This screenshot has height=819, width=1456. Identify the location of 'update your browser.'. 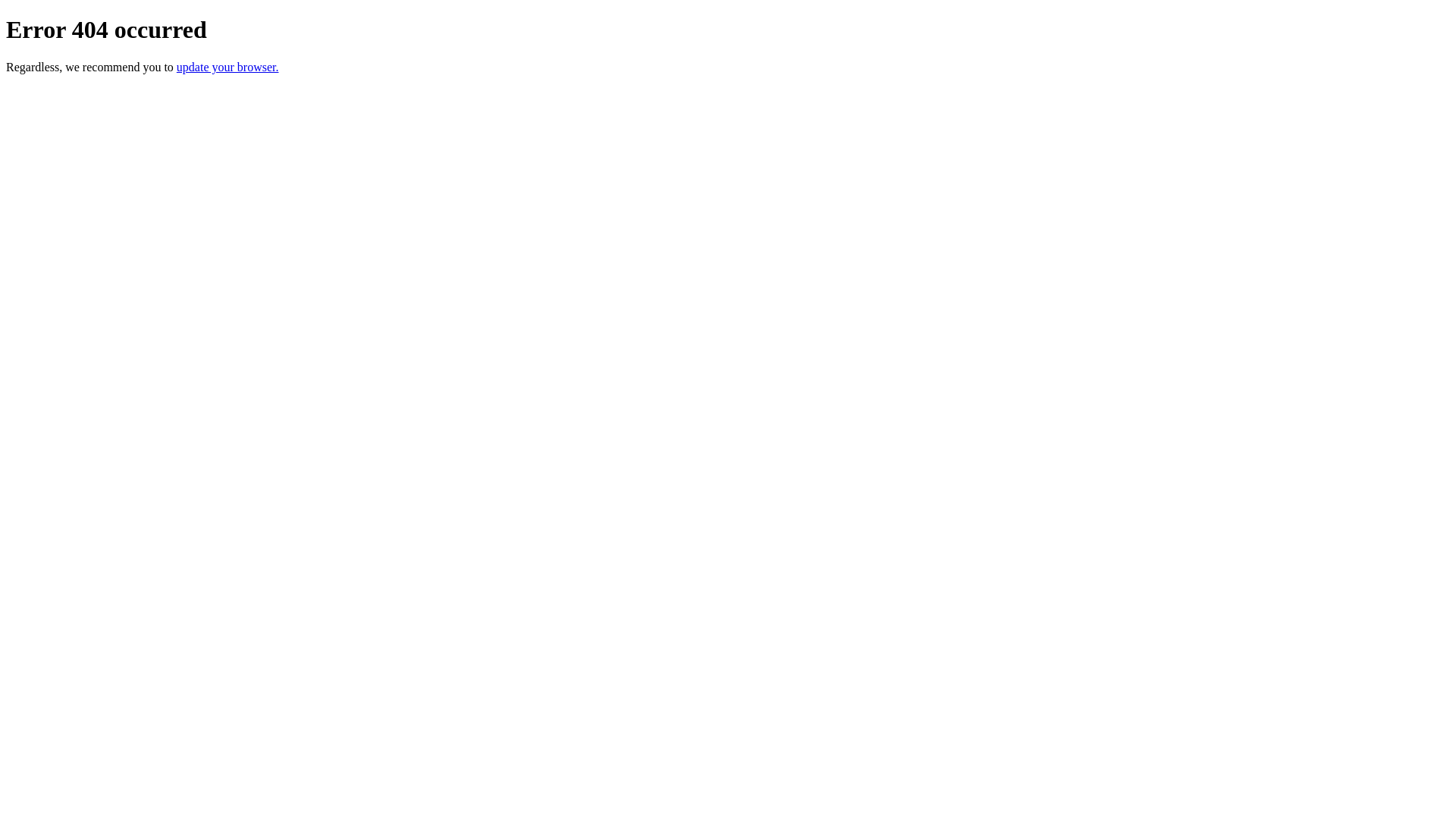
(227, 66).